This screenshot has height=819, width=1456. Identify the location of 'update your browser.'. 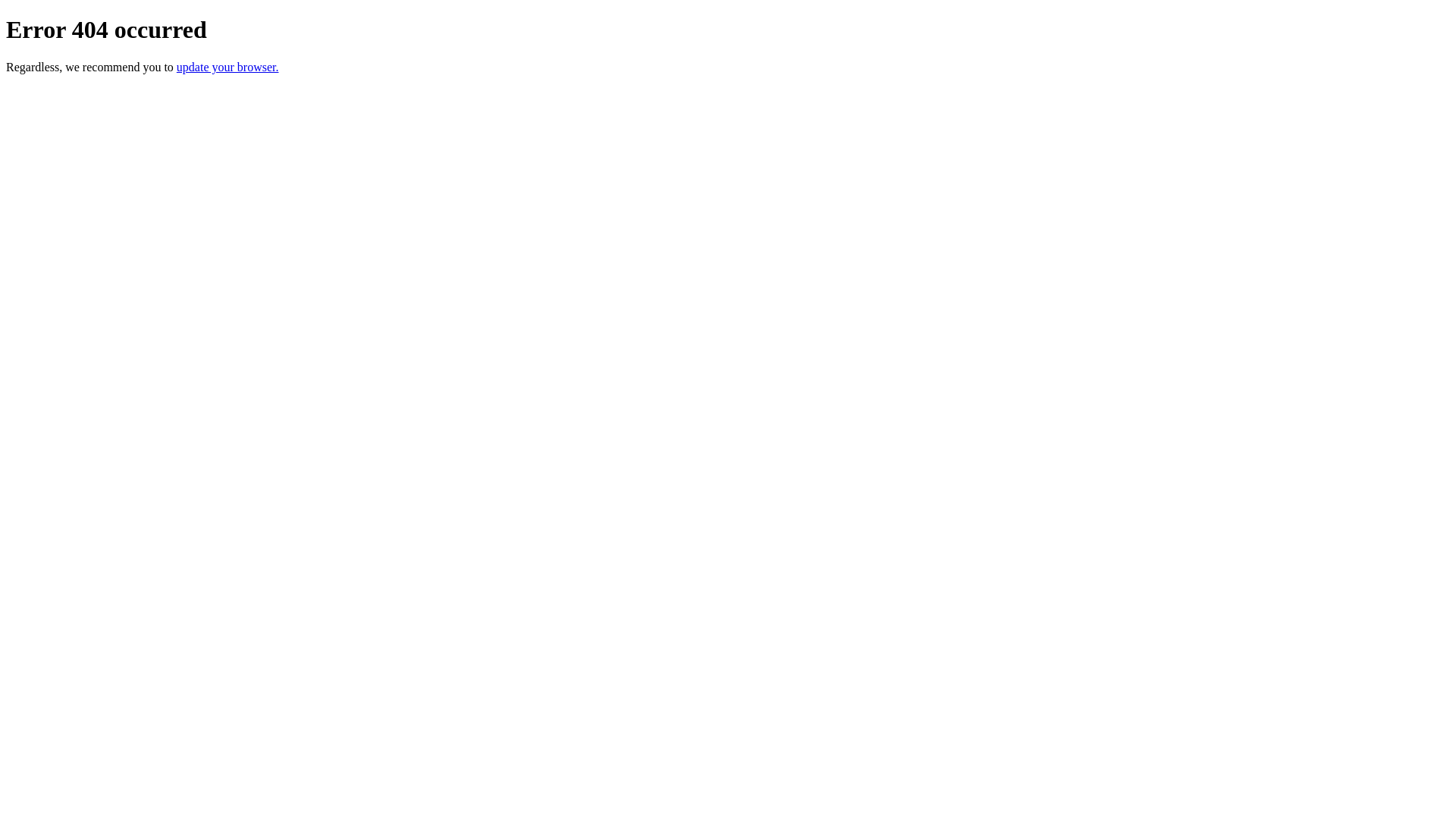
(227, 66).